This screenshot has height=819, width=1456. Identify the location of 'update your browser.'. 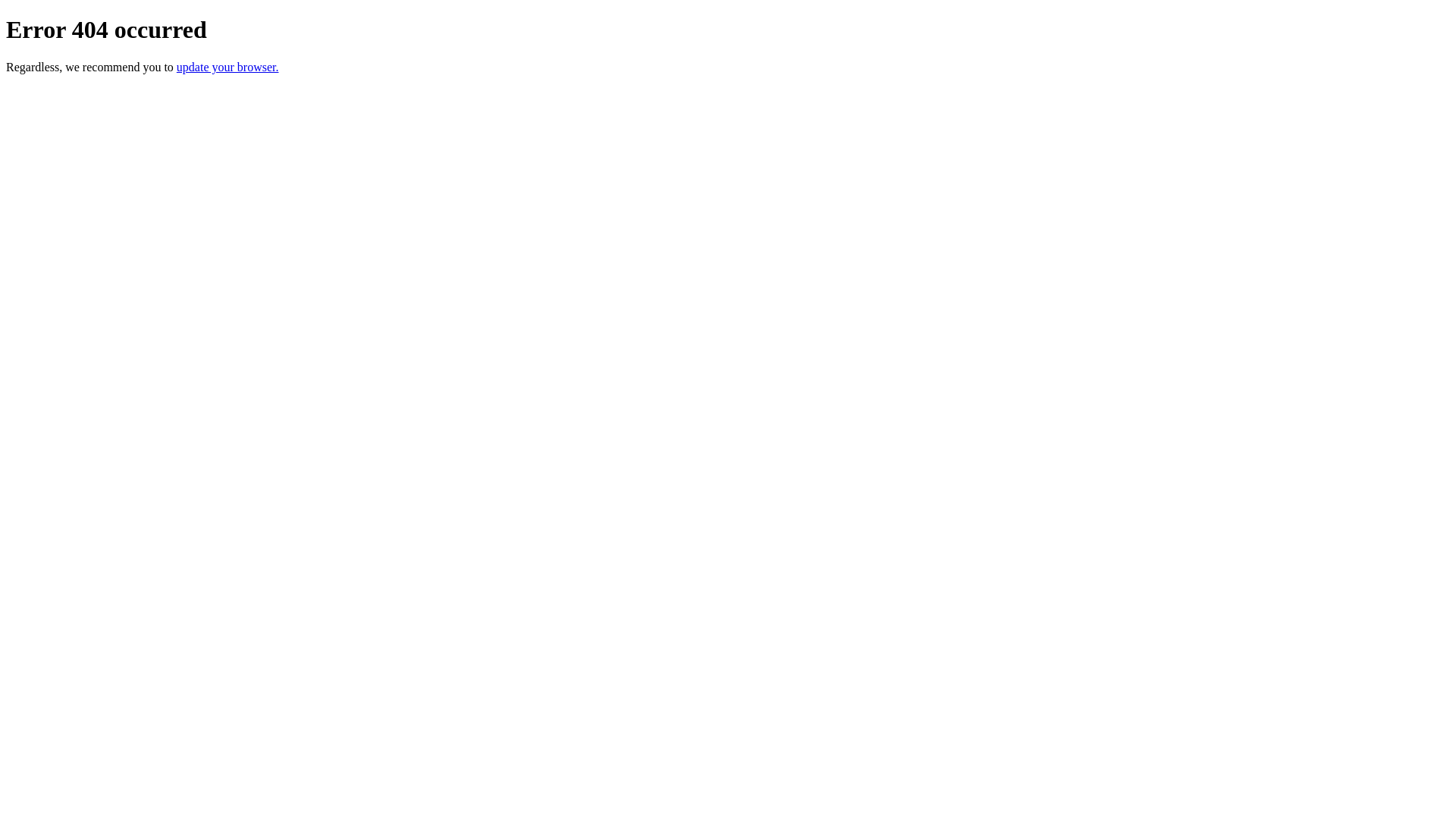
(227, 66).